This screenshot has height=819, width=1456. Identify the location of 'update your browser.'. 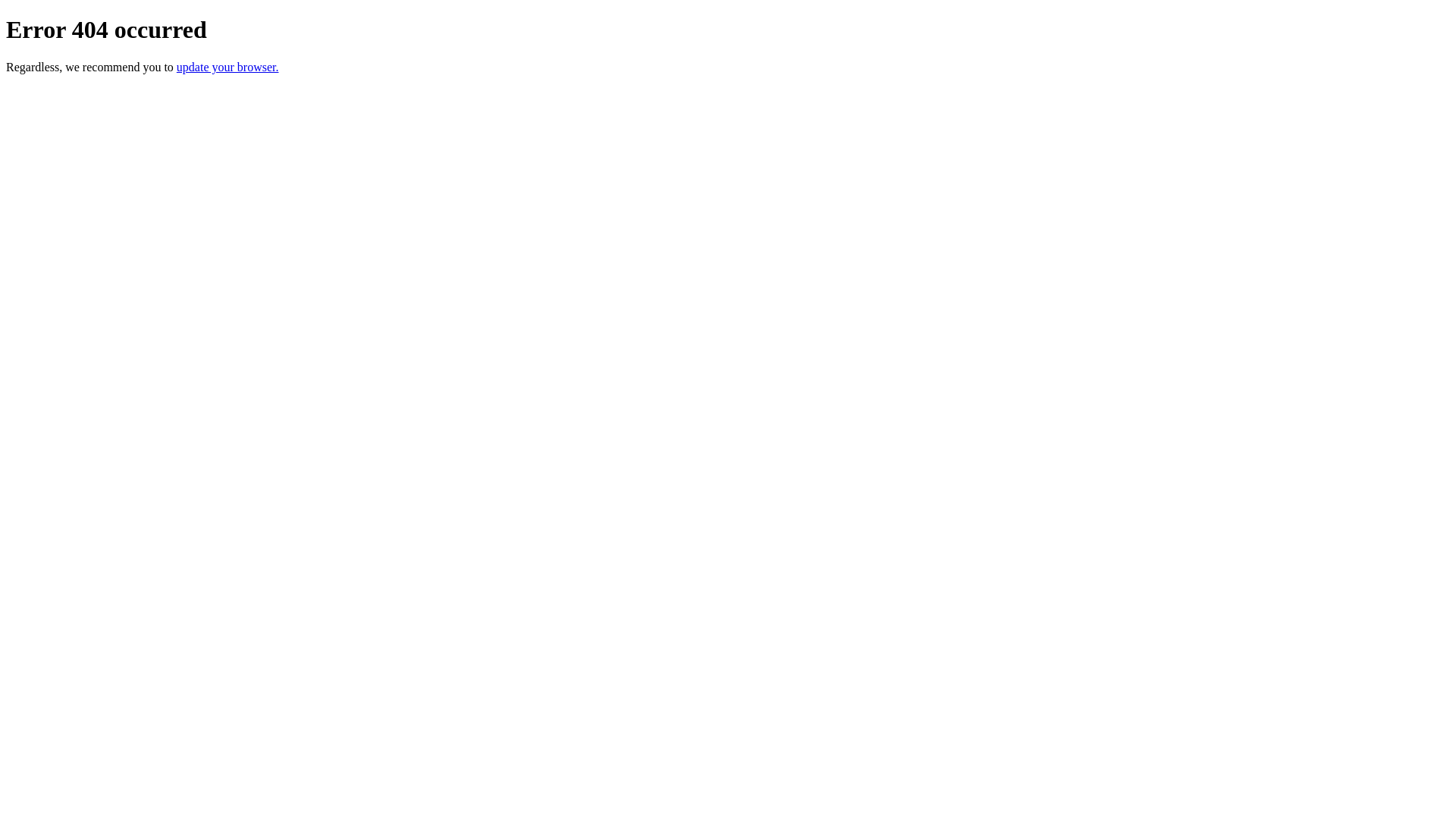
(227, 66).